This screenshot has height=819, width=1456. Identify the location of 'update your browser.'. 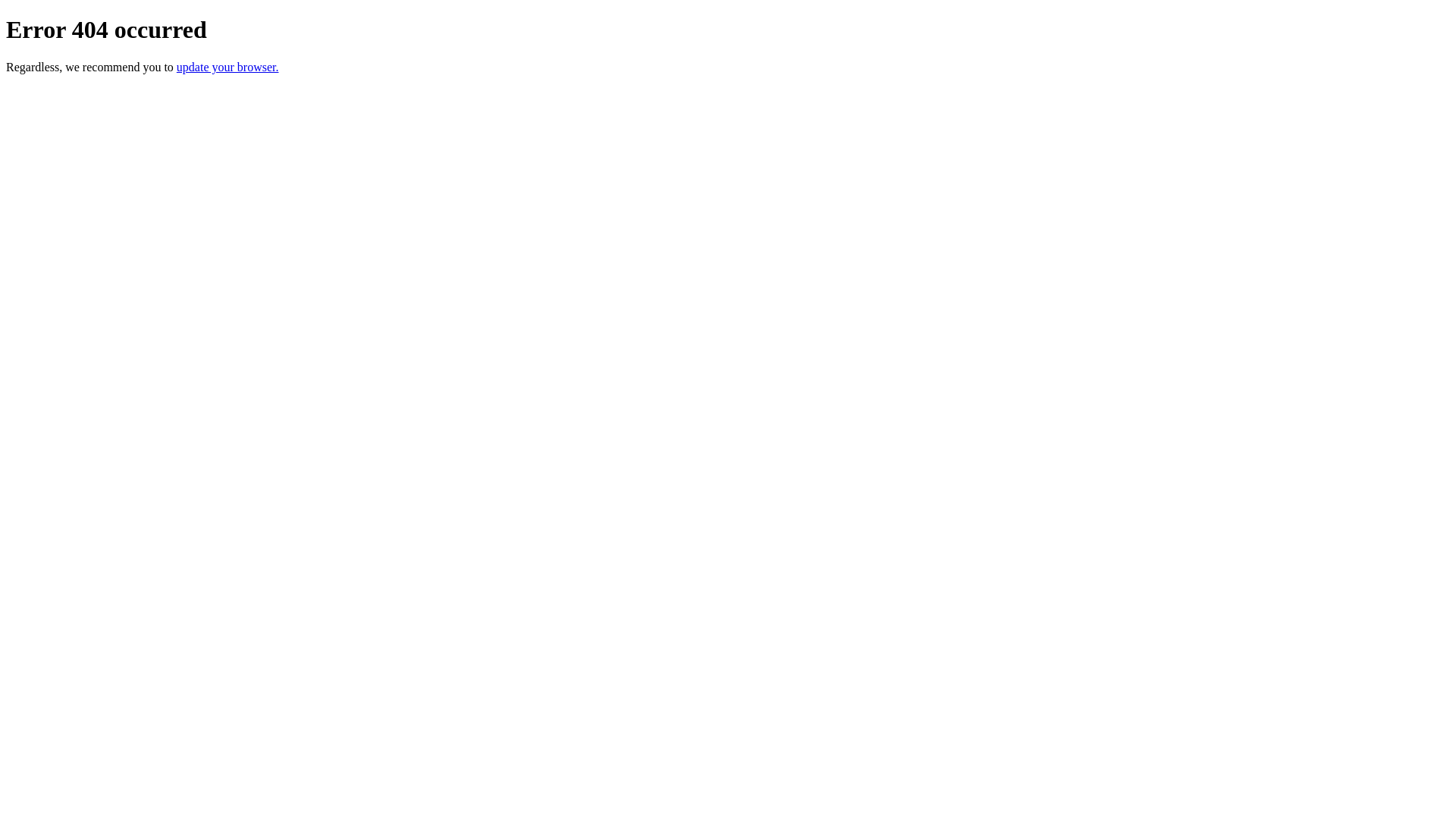
(227, 66).